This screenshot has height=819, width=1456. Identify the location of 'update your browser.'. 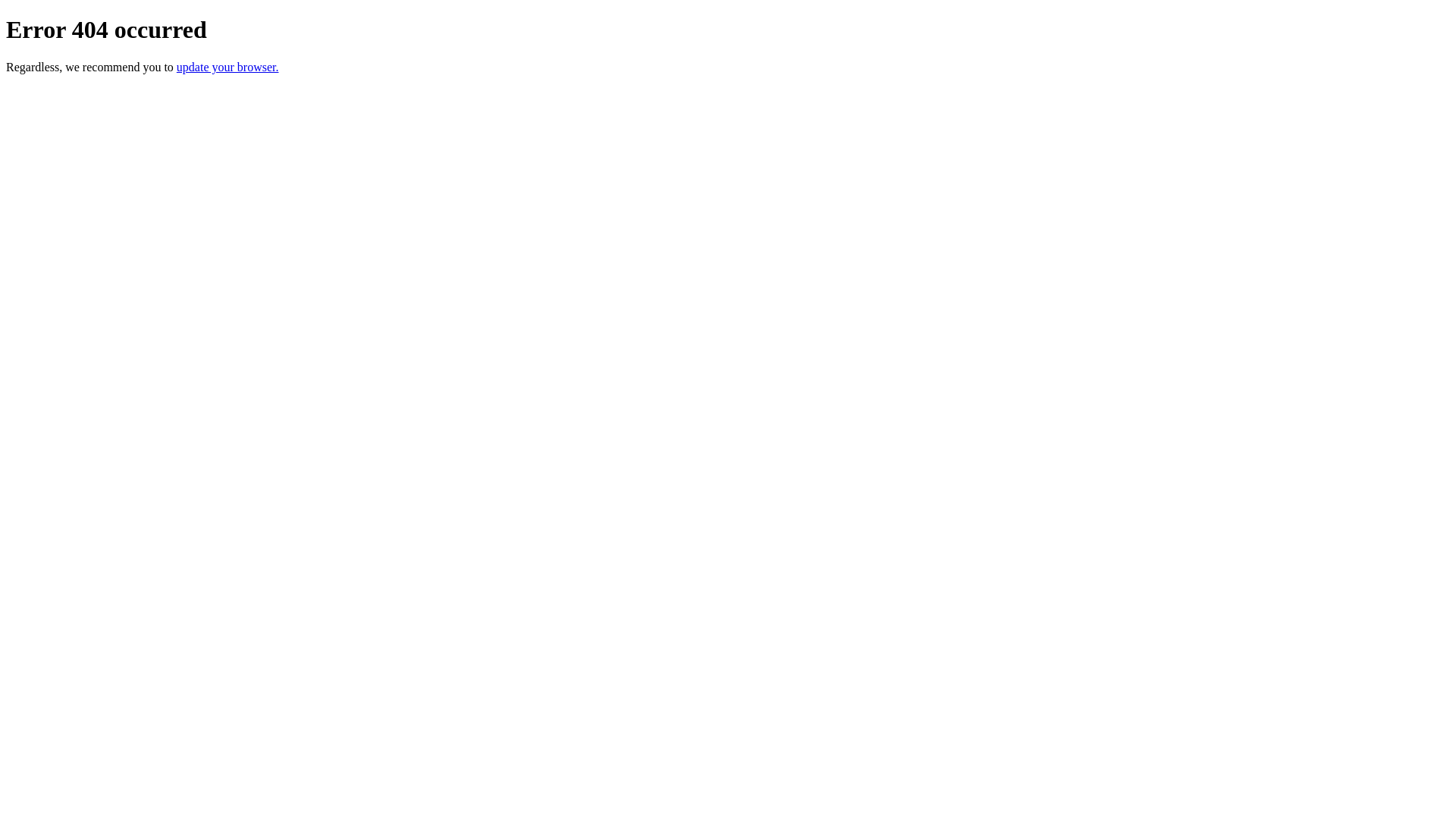
(227, 66).